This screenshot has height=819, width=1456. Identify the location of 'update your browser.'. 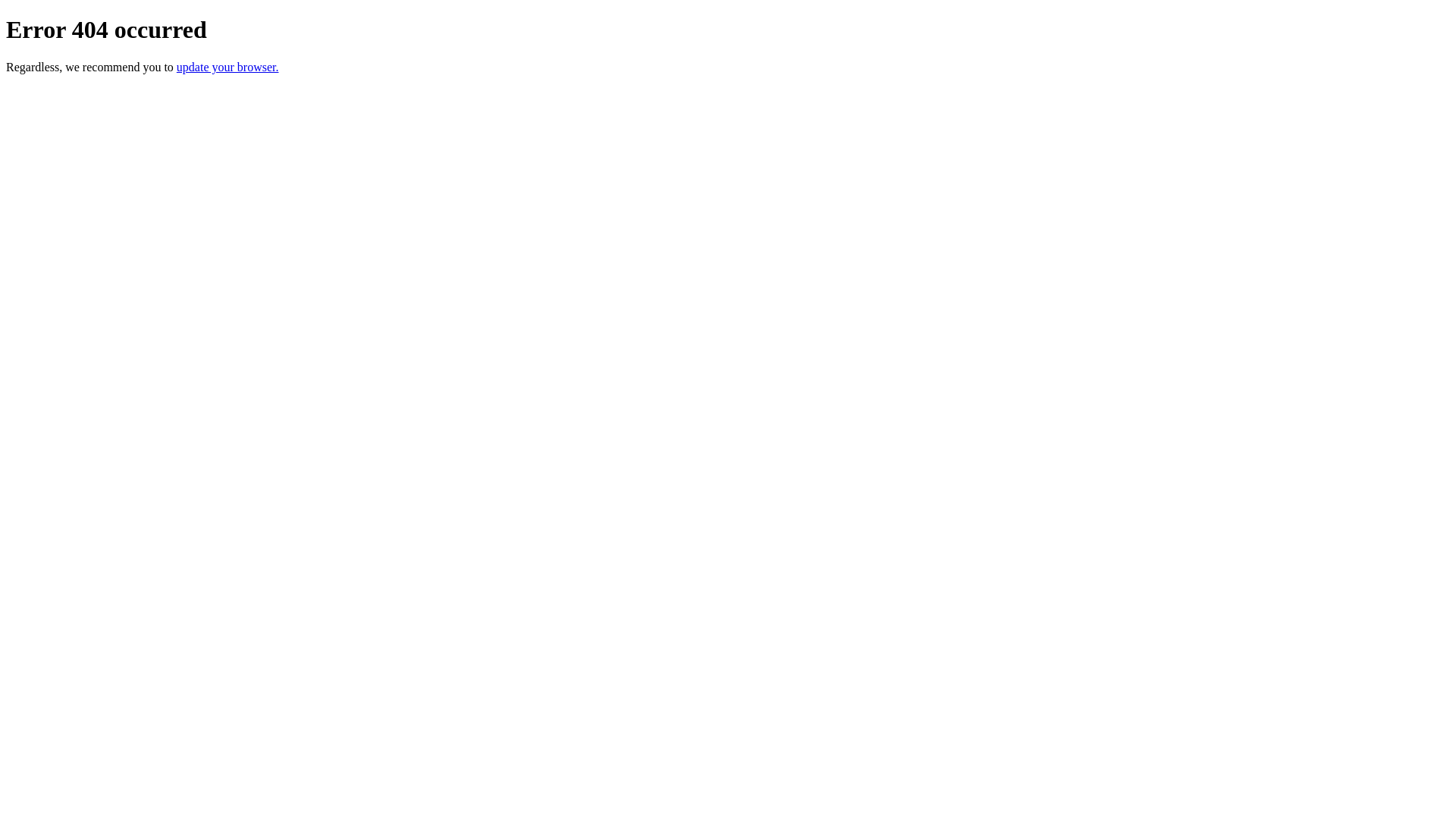
(227, 66).